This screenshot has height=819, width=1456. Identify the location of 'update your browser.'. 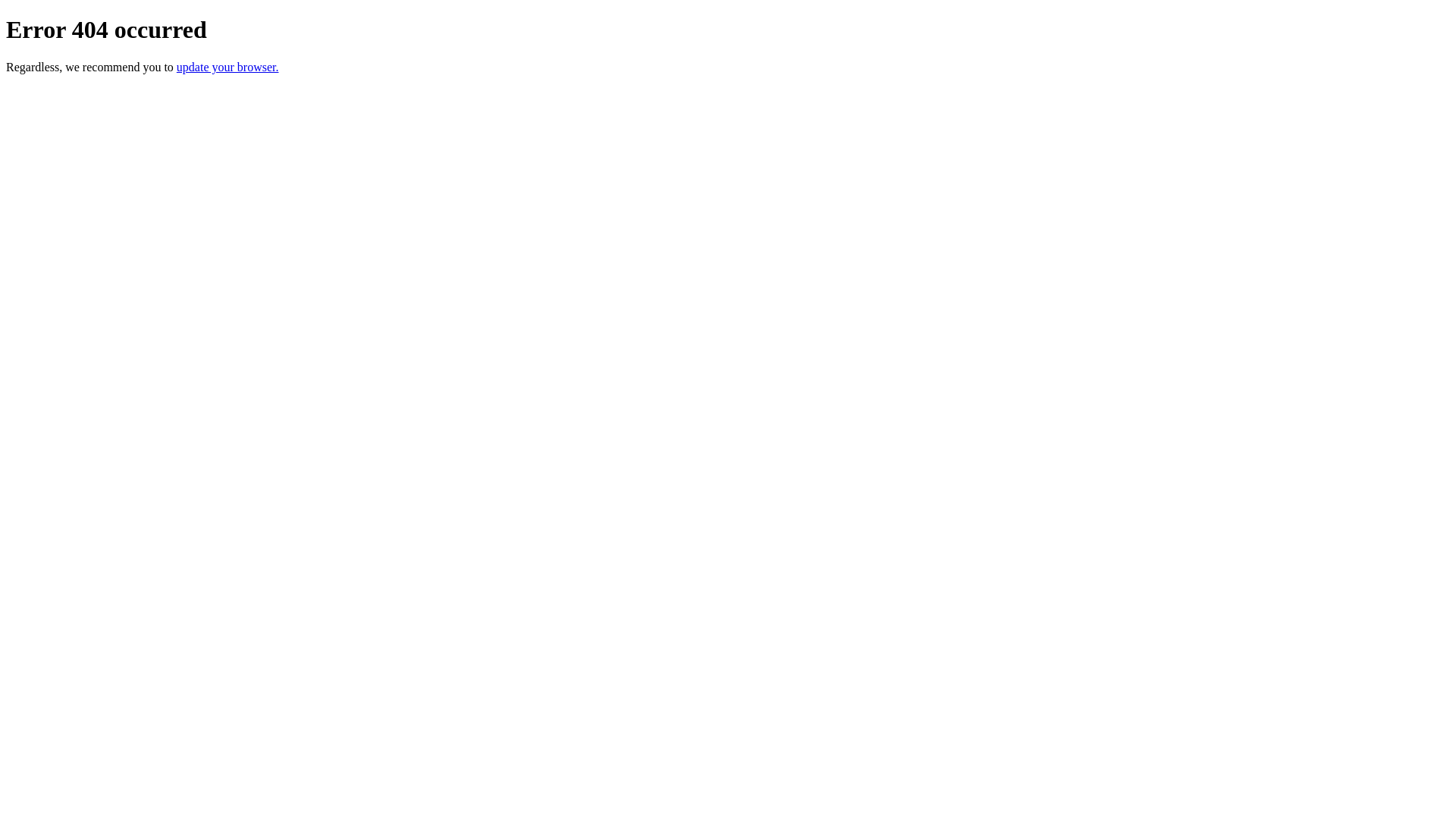
(227, 66).